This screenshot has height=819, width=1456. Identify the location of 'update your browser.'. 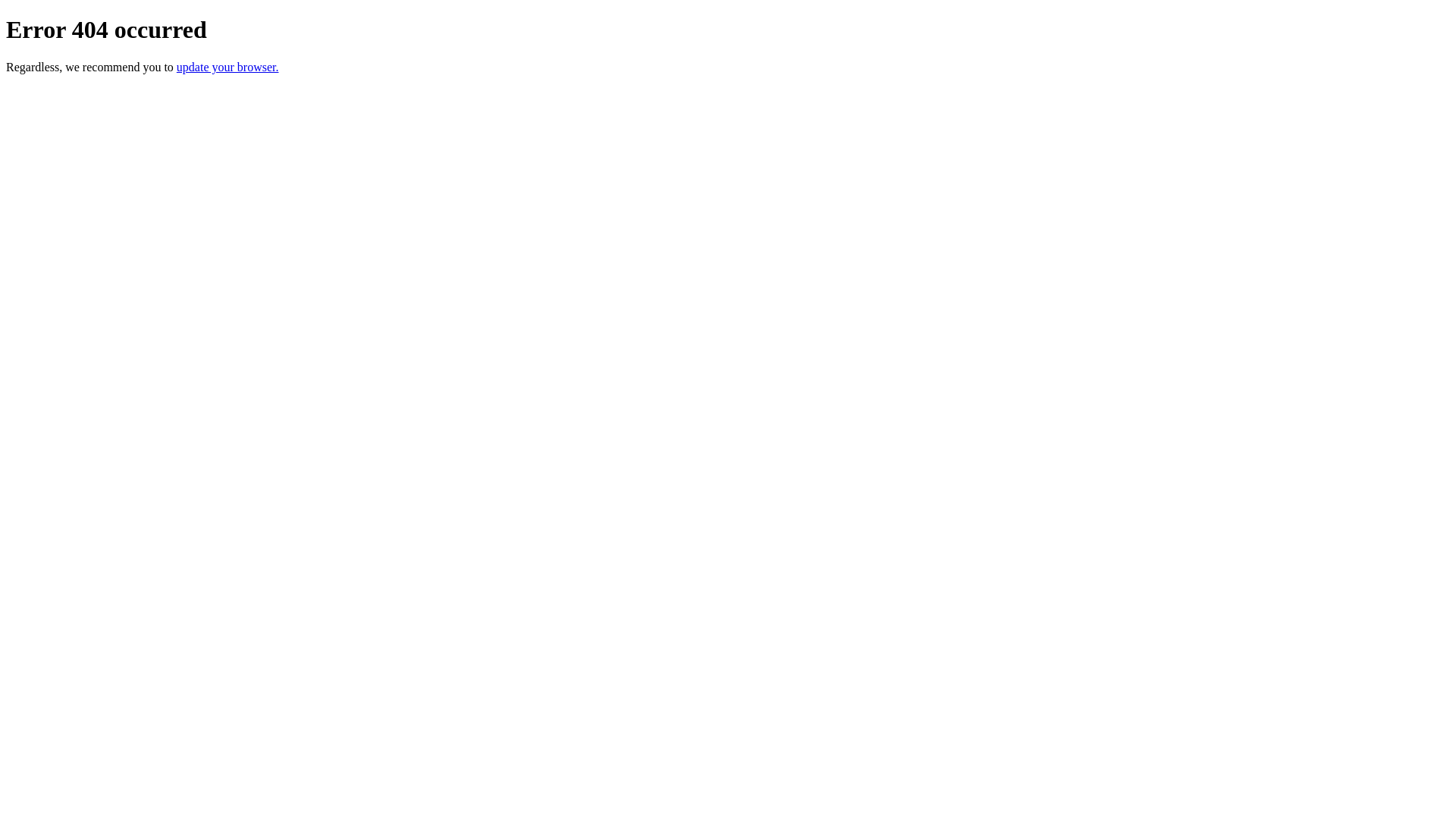
(227, 66).